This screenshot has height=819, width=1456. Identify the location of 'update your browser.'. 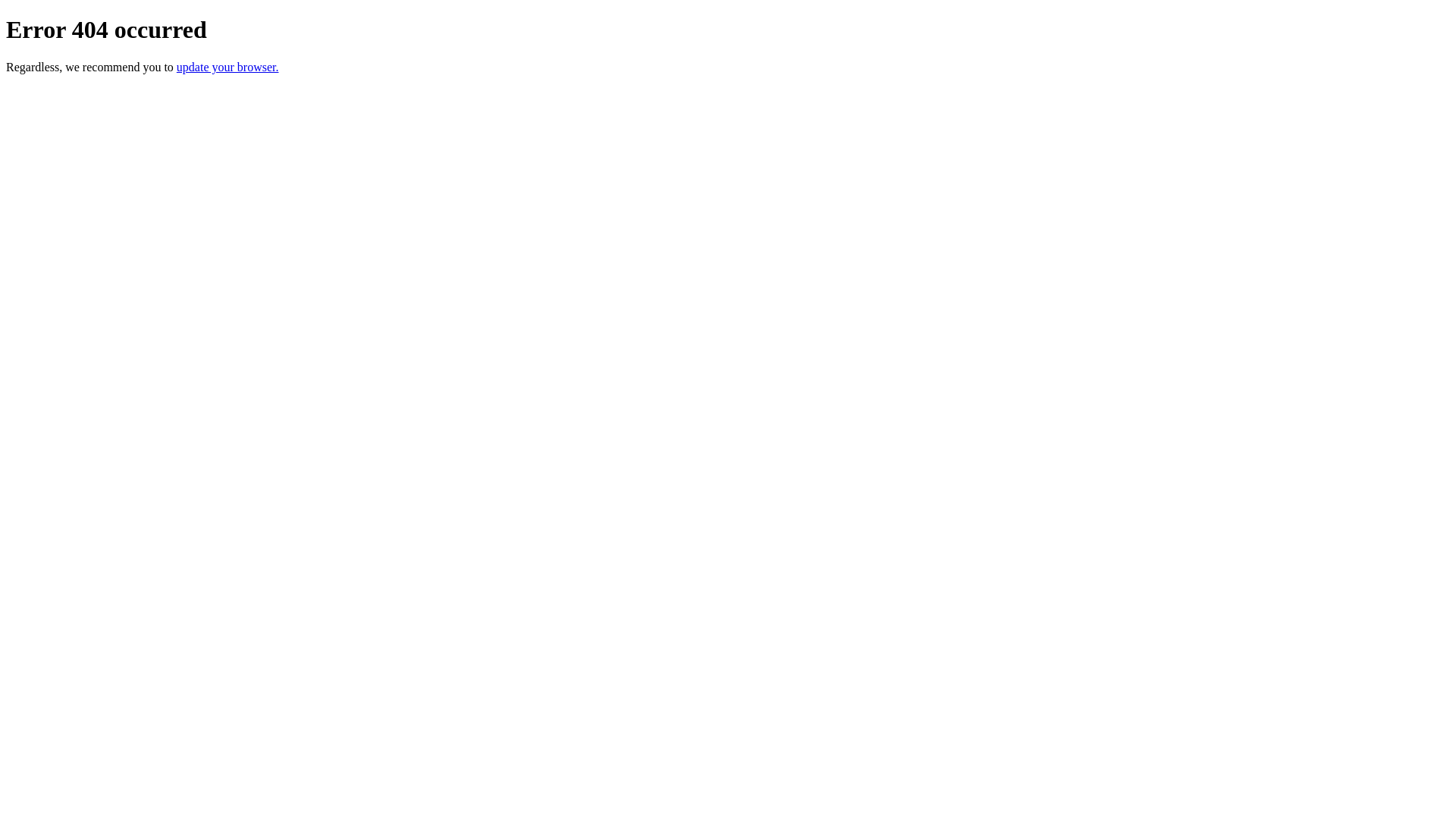
(227, 66).